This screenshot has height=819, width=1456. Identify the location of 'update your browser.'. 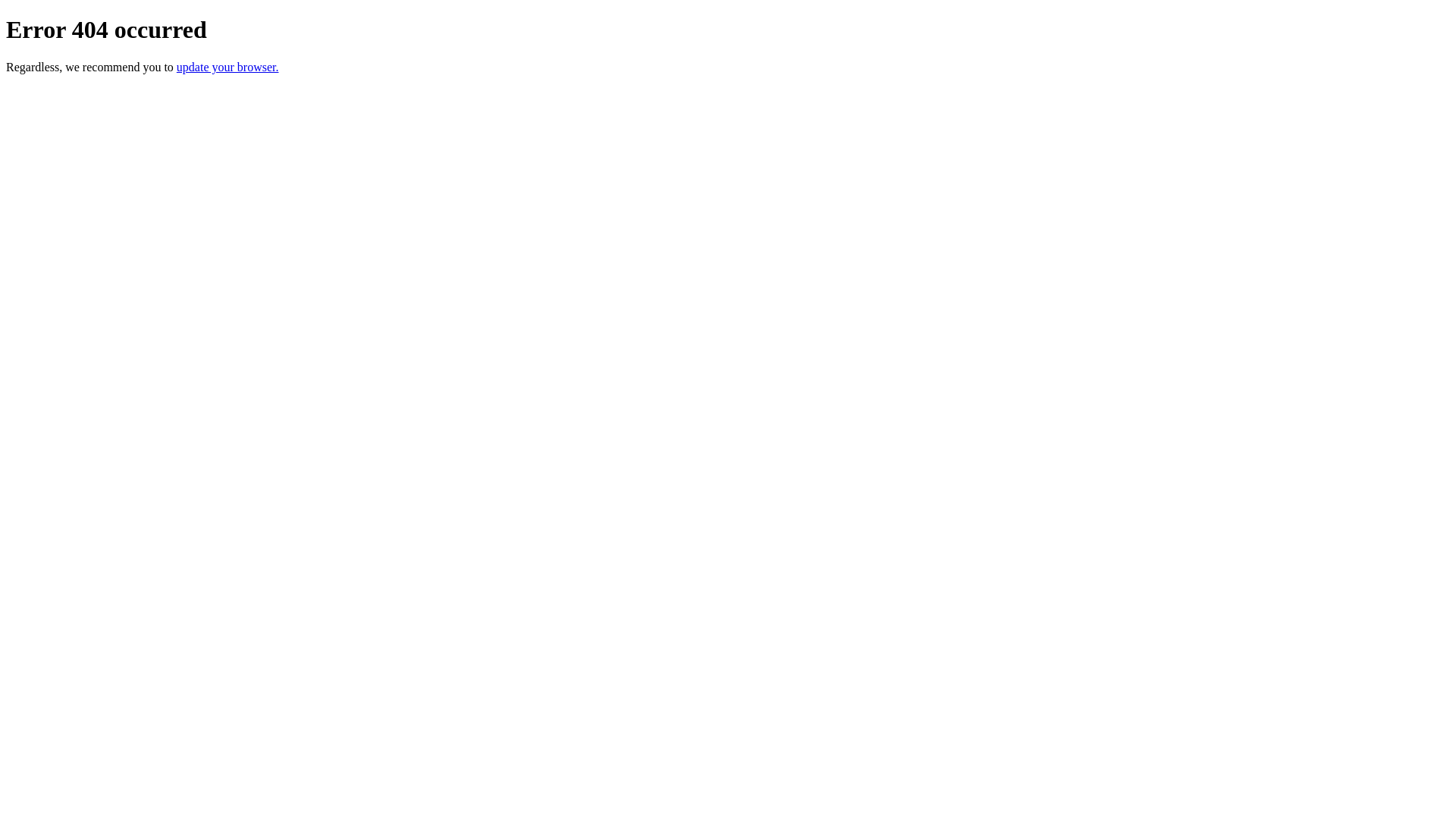
(227, 66).